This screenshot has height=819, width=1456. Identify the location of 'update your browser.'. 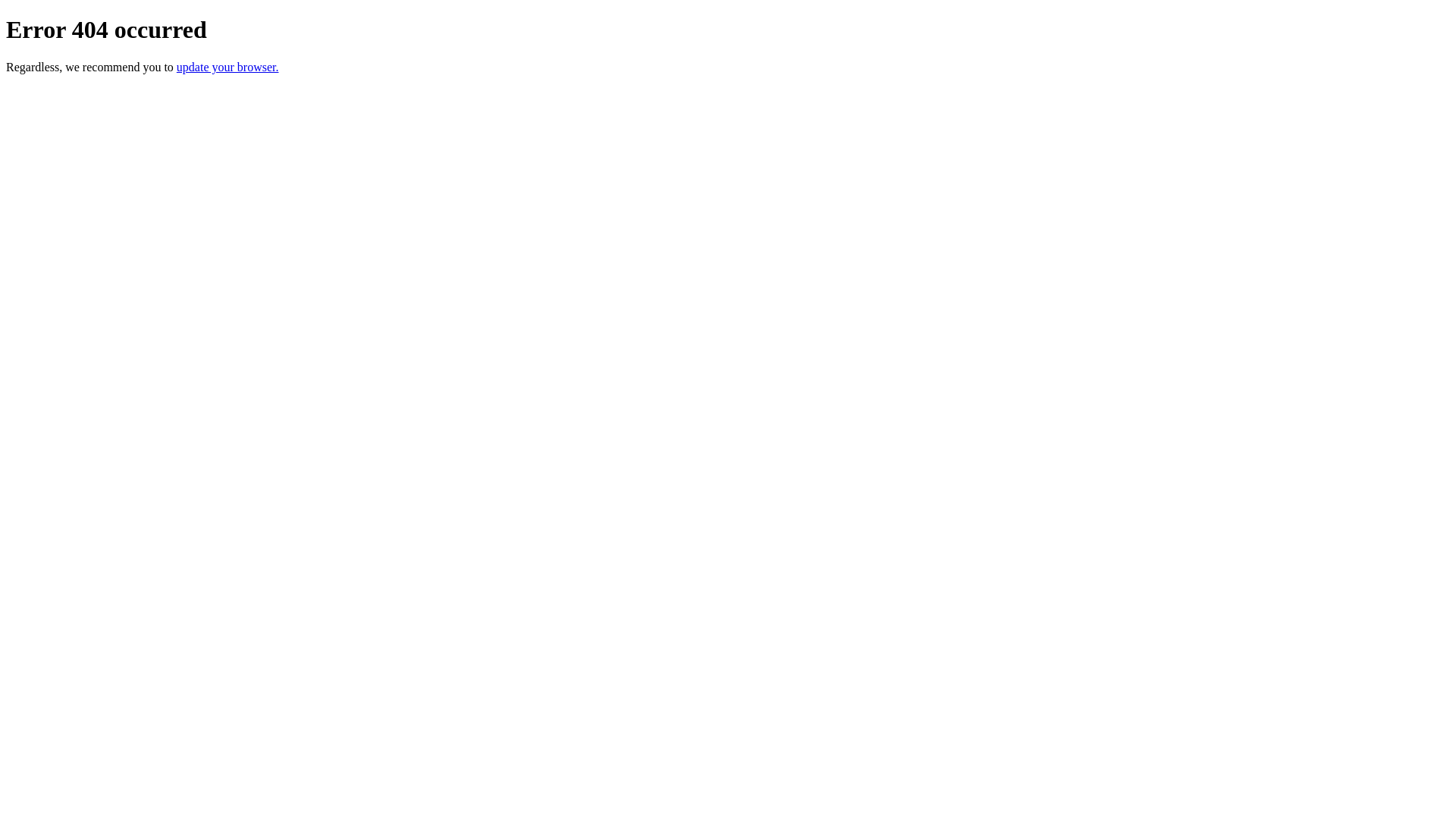
(227, 66).